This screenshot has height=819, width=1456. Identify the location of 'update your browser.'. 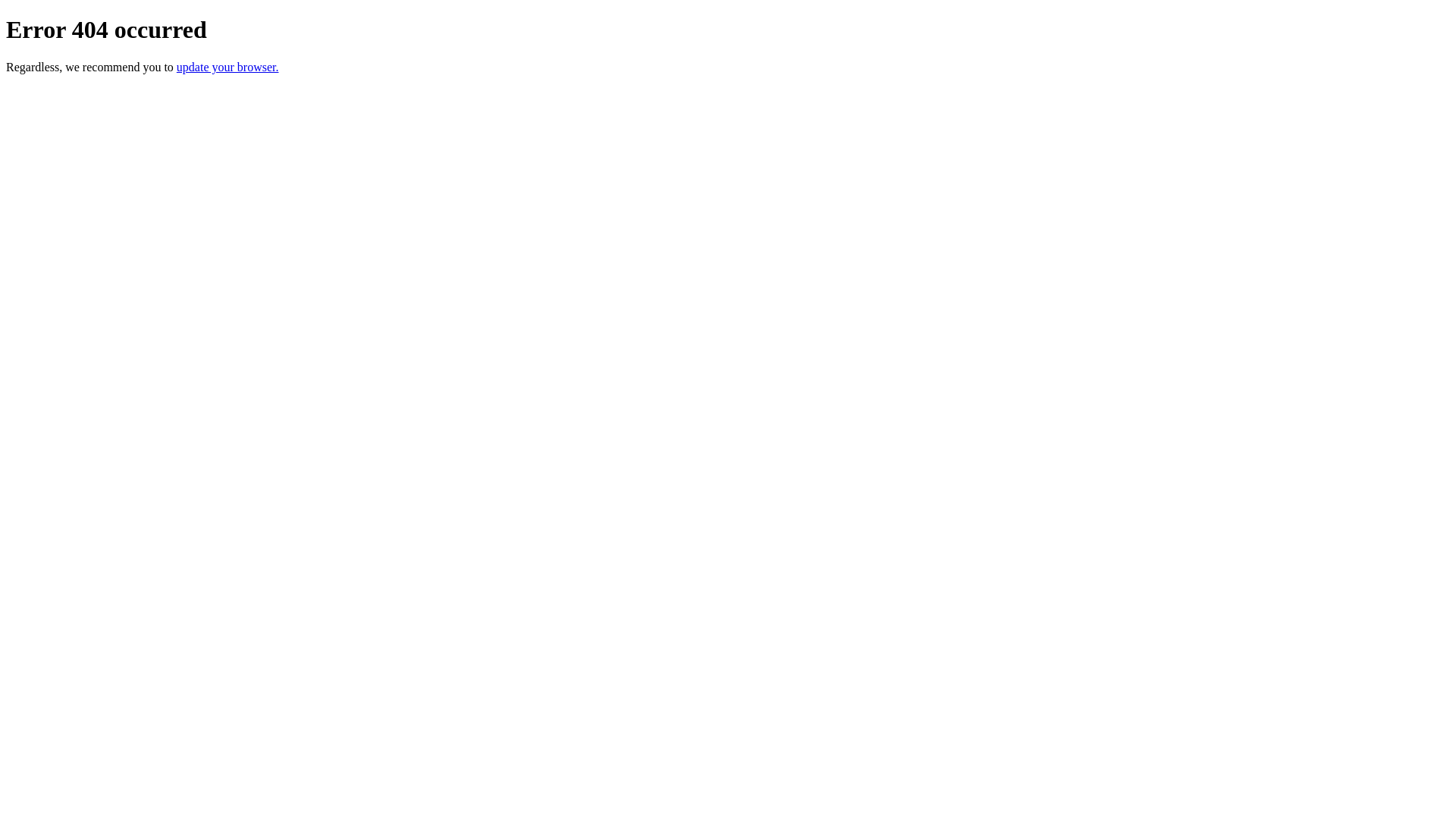
(227, 66).